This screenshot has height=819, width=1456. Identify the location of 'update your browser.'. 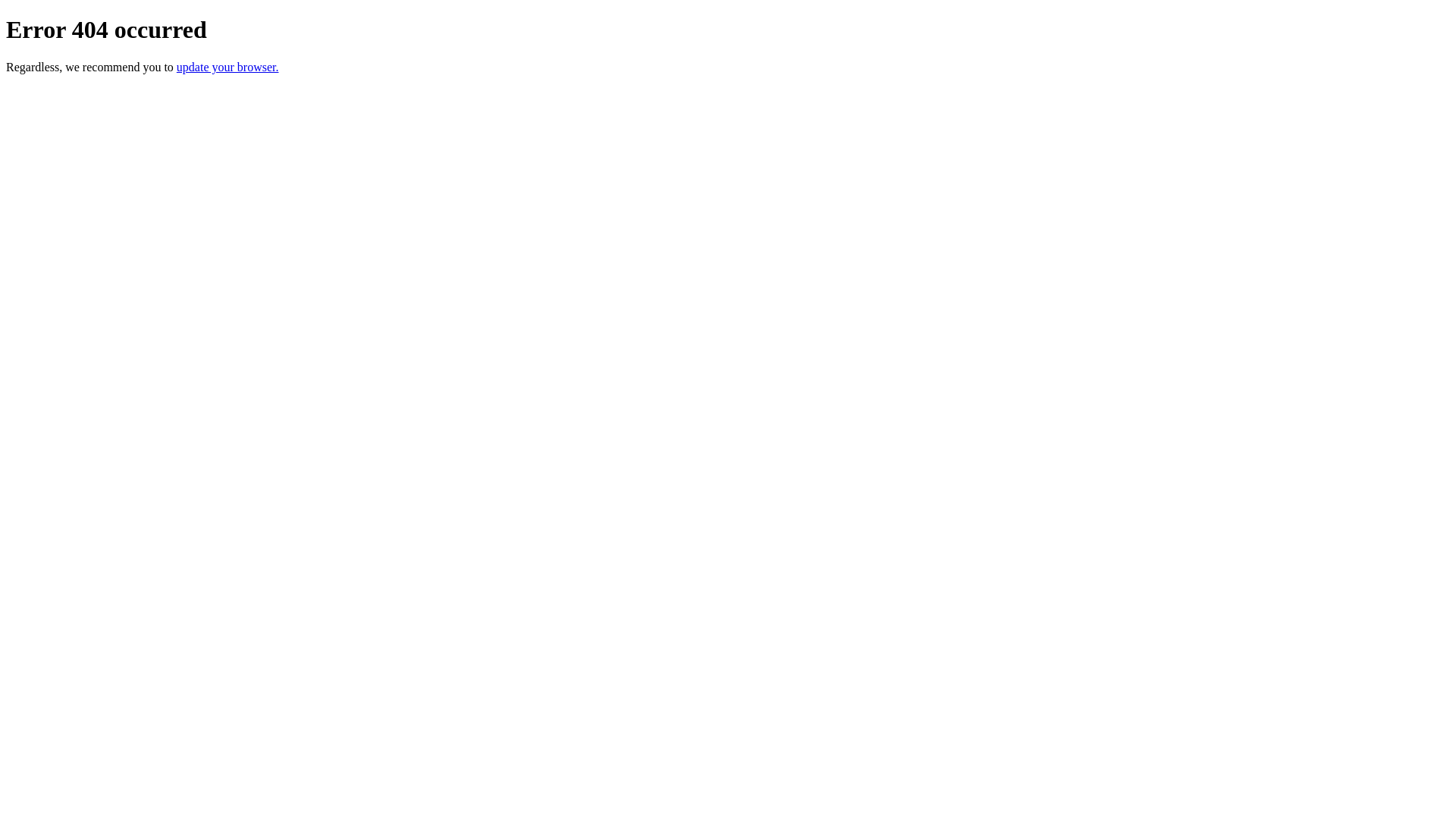
(227, 66).